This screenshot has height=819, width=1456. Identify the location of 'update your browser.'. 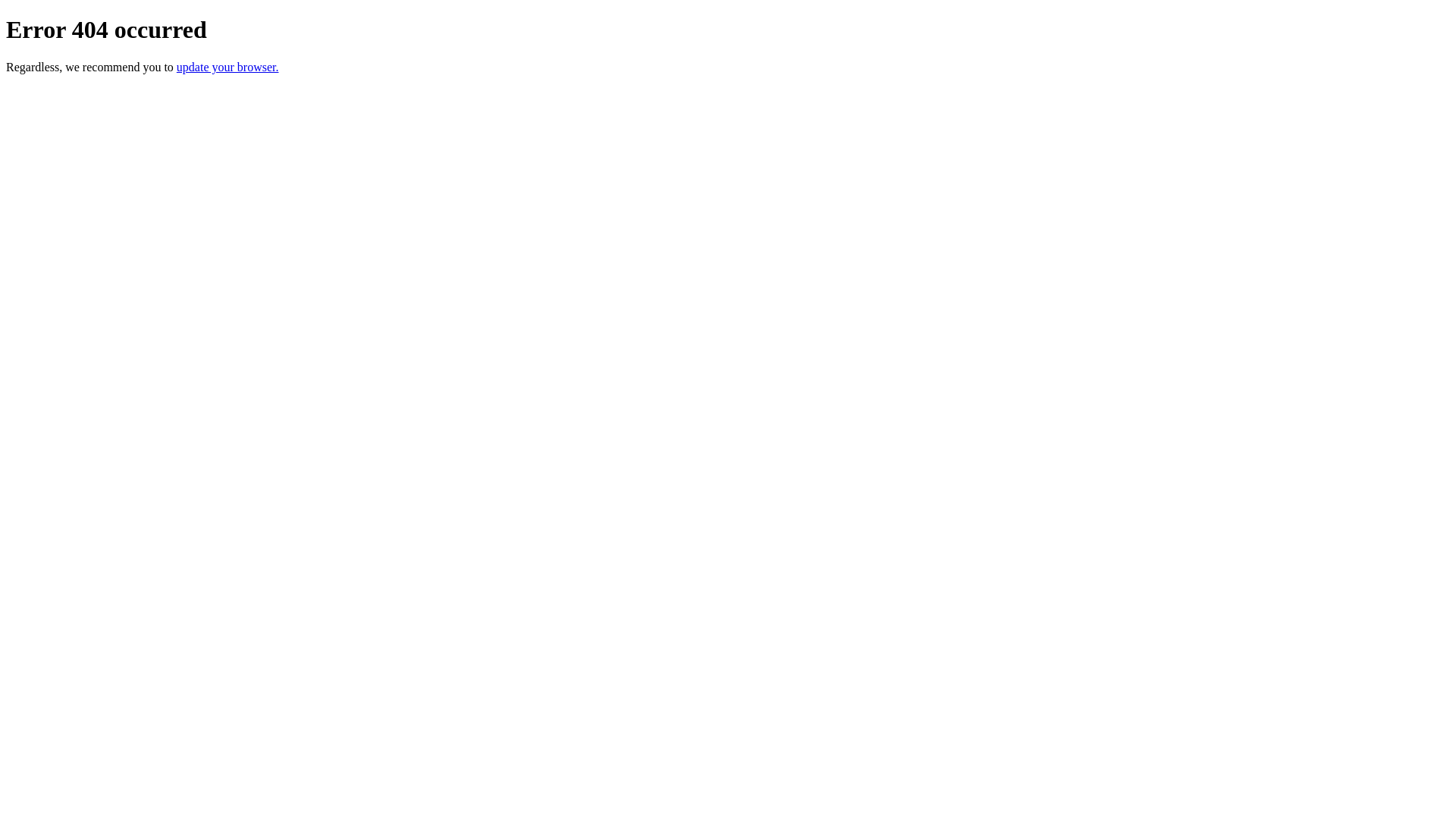
(227, 66).